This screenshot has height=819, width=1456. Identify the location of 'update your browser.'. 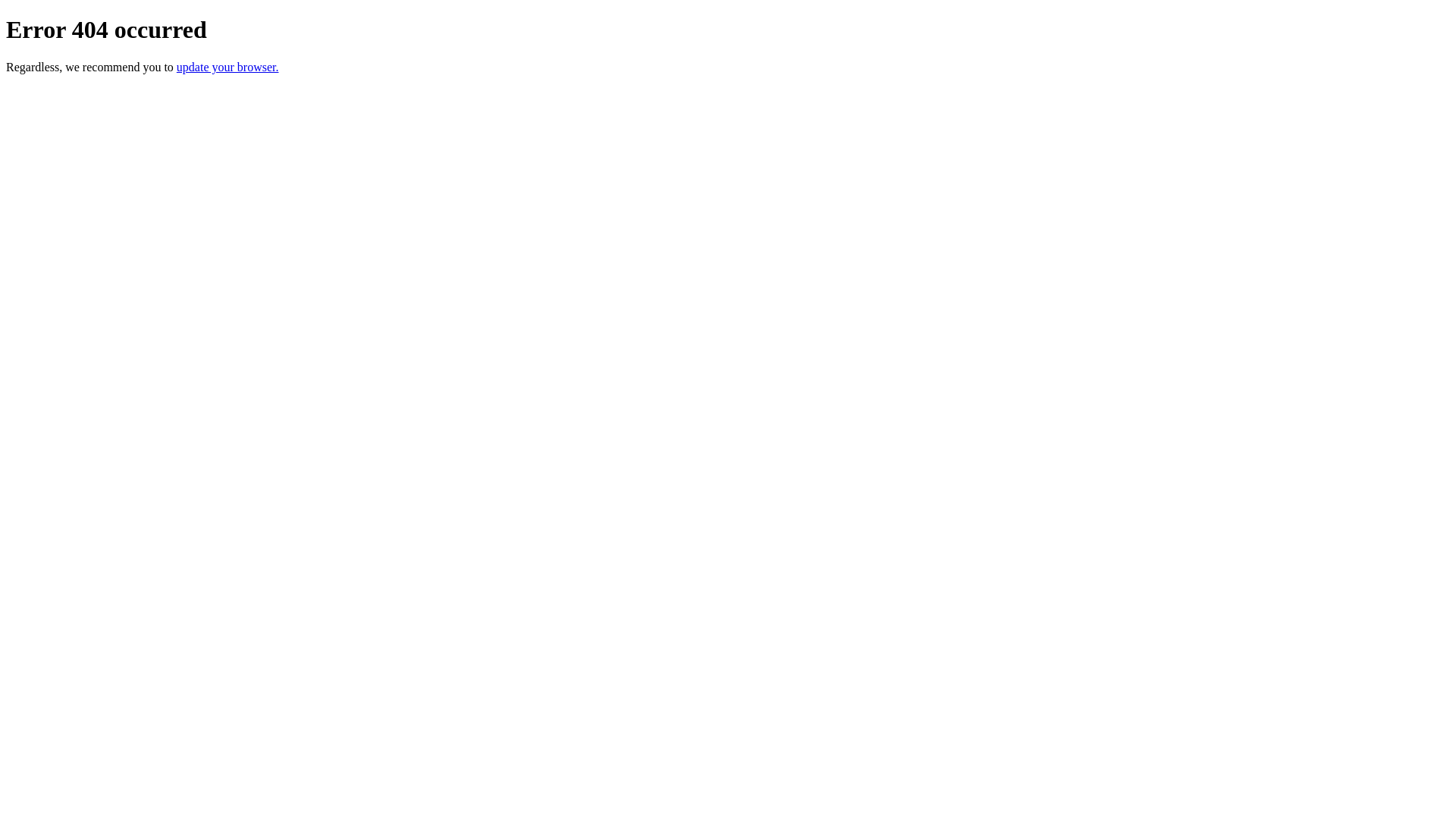
(227, 66).